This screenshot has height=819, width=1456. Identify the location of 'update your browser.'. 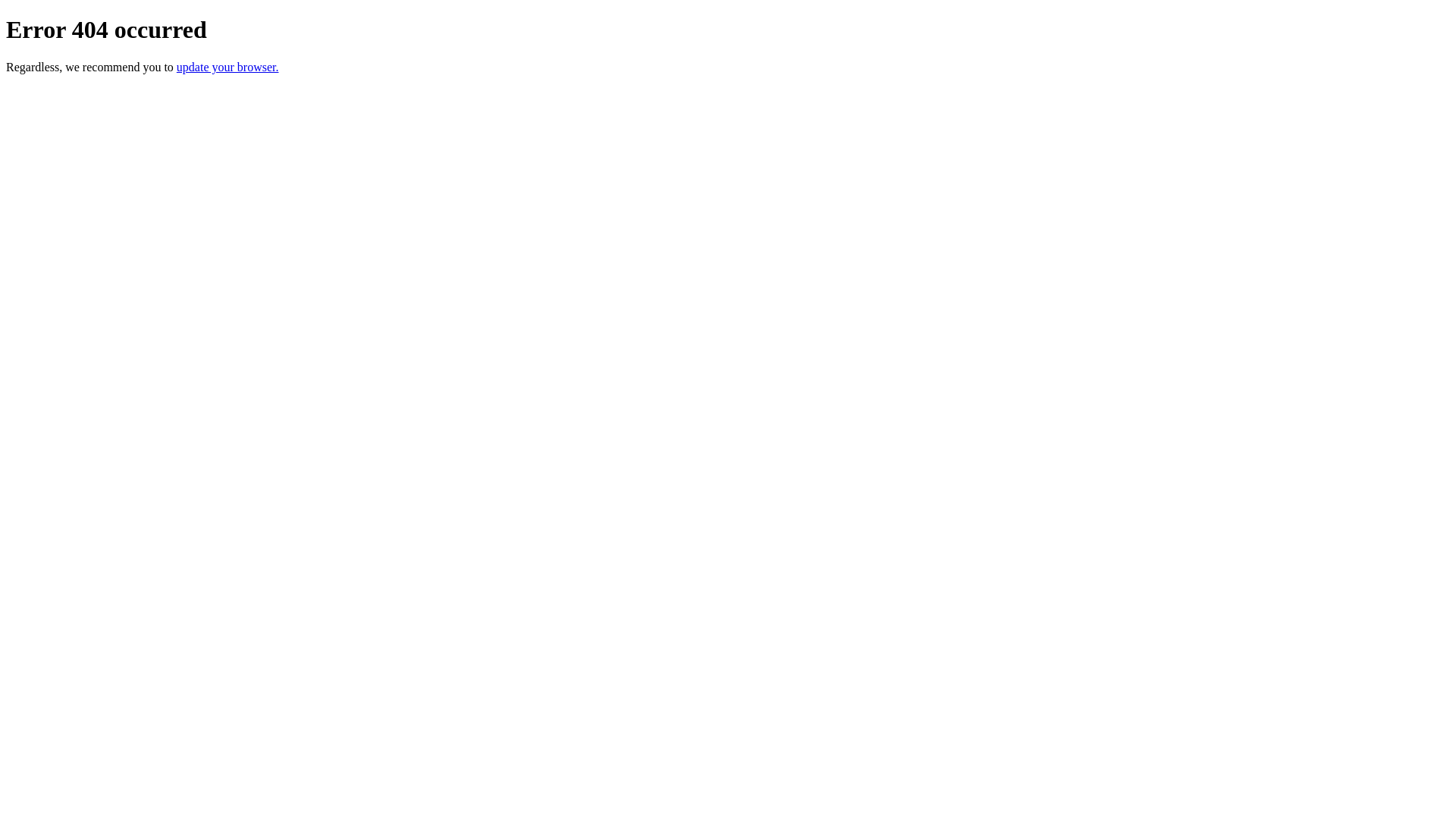
(227, 66).